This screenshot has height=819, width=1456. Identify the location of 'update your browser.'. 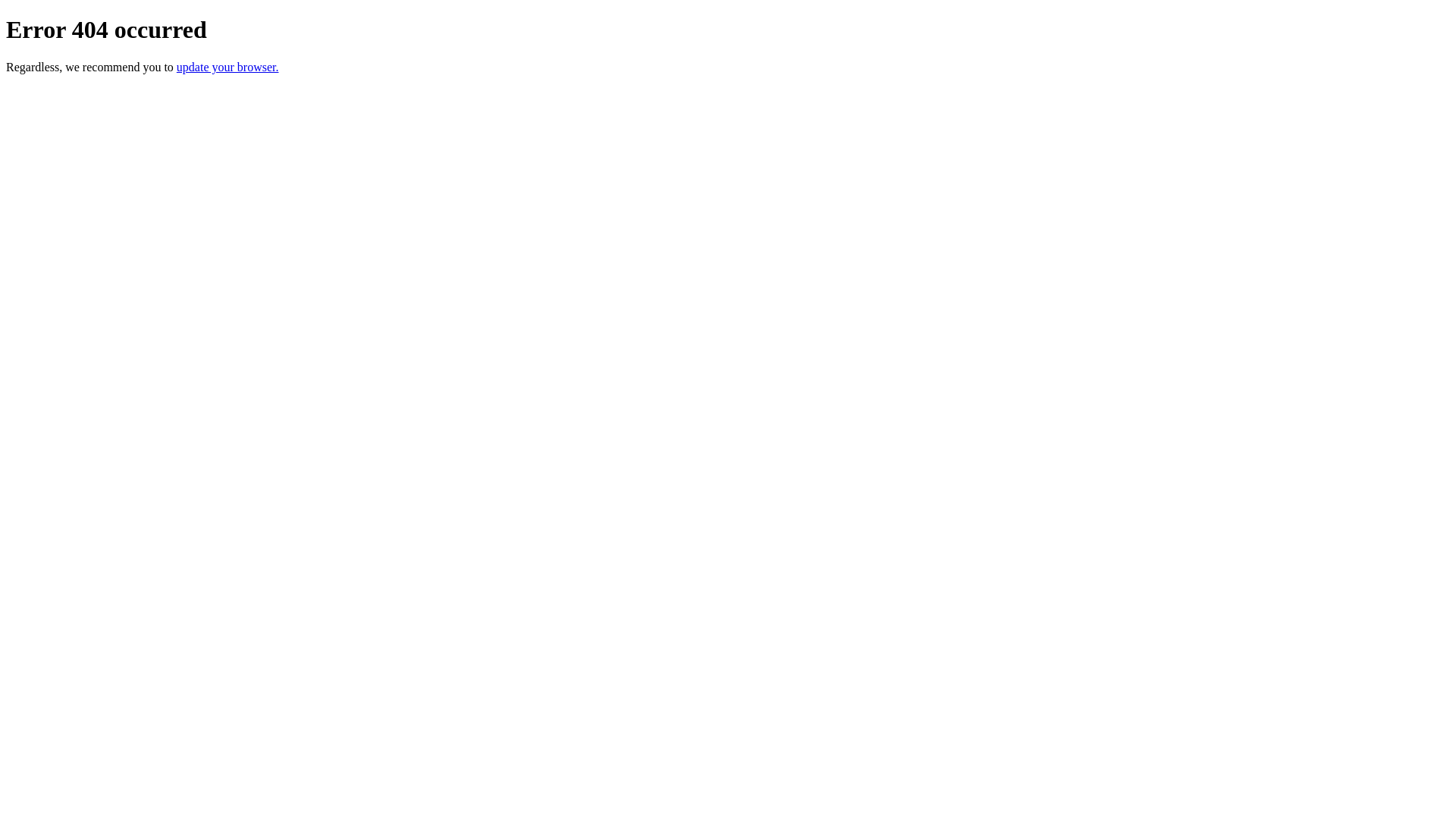
(227, 66).